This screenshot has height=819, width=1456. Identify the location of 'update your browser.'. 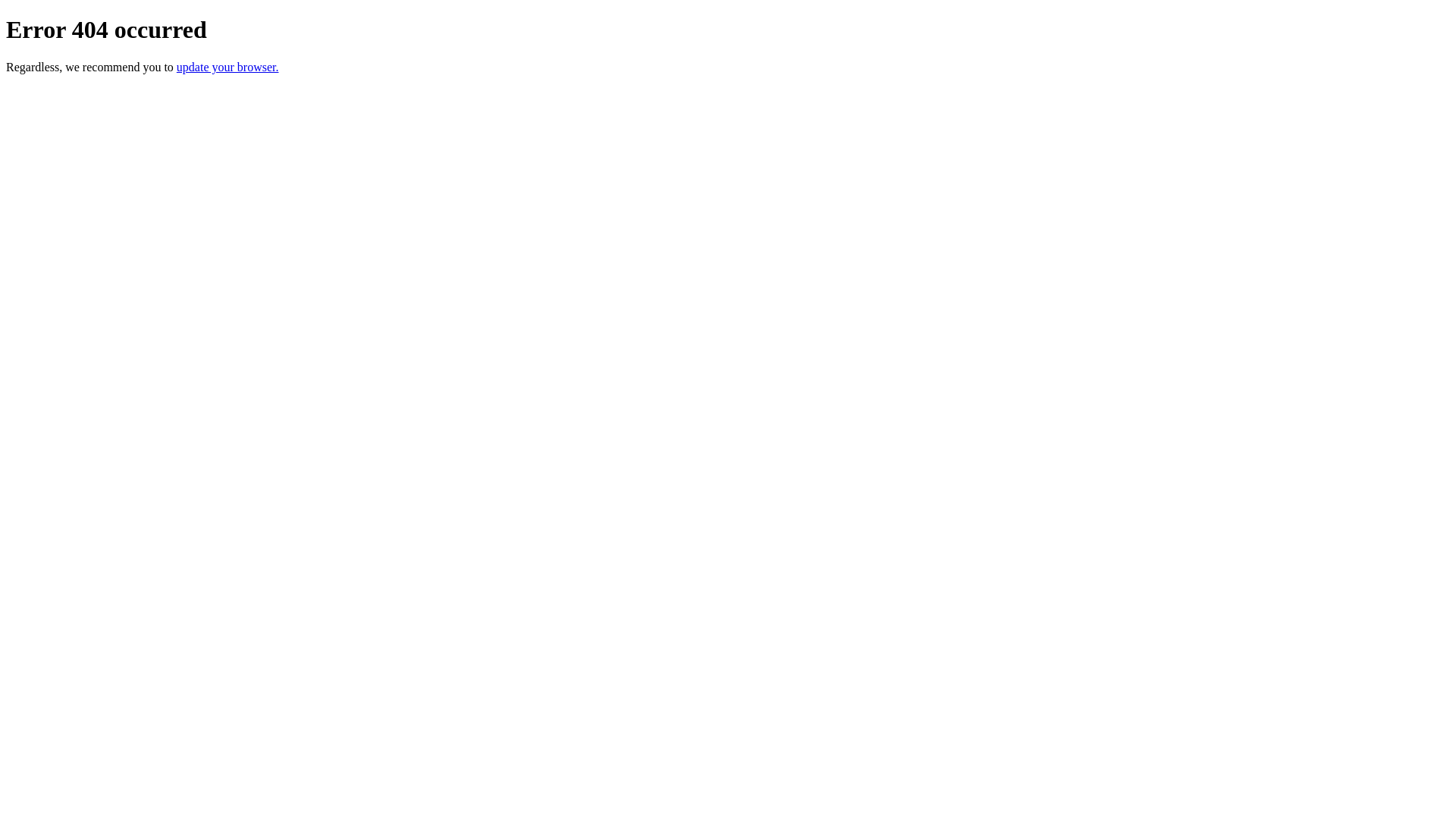
(227, 66).